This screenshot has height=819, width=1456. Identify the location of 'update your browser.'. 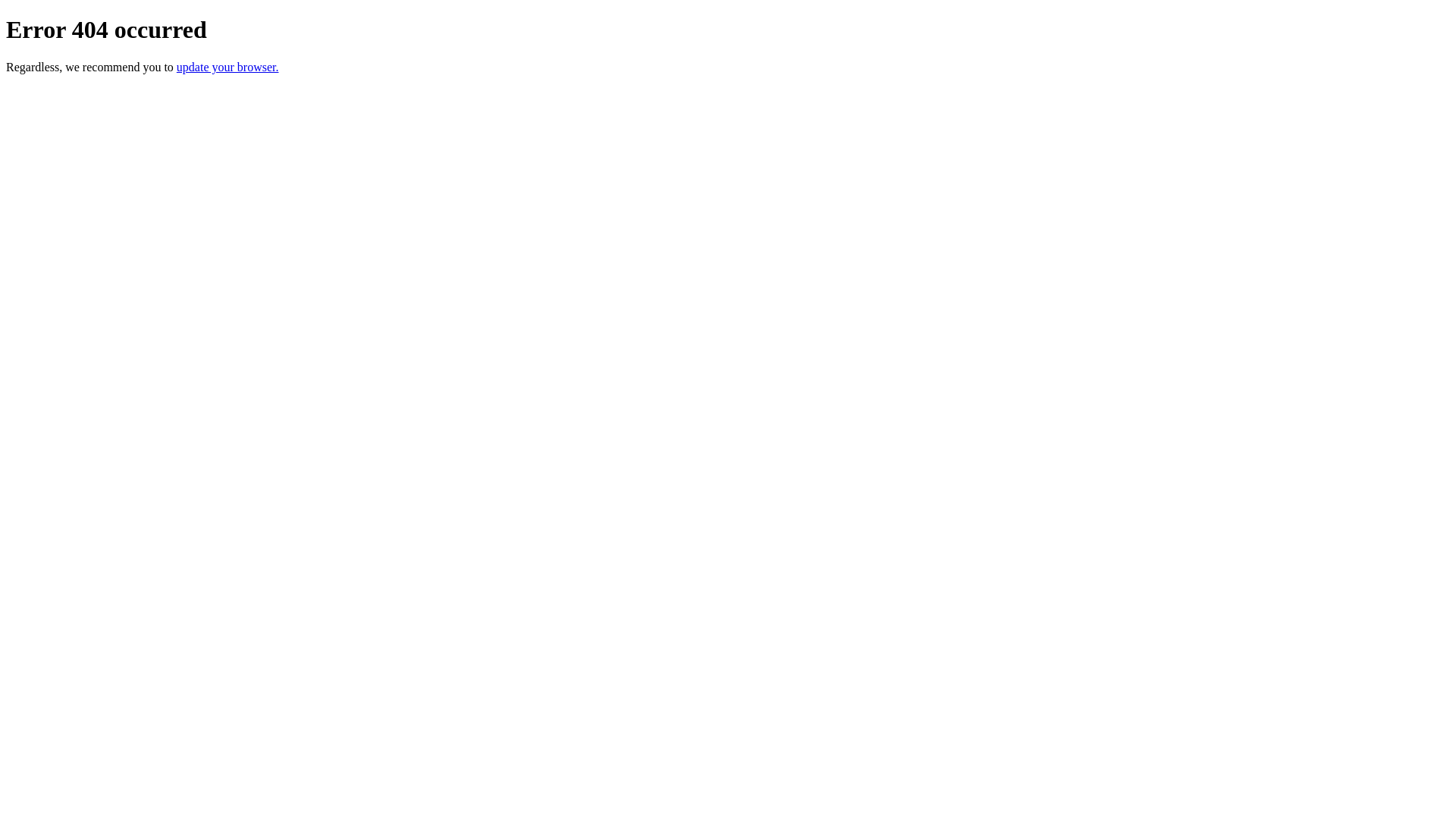
(227, 66).